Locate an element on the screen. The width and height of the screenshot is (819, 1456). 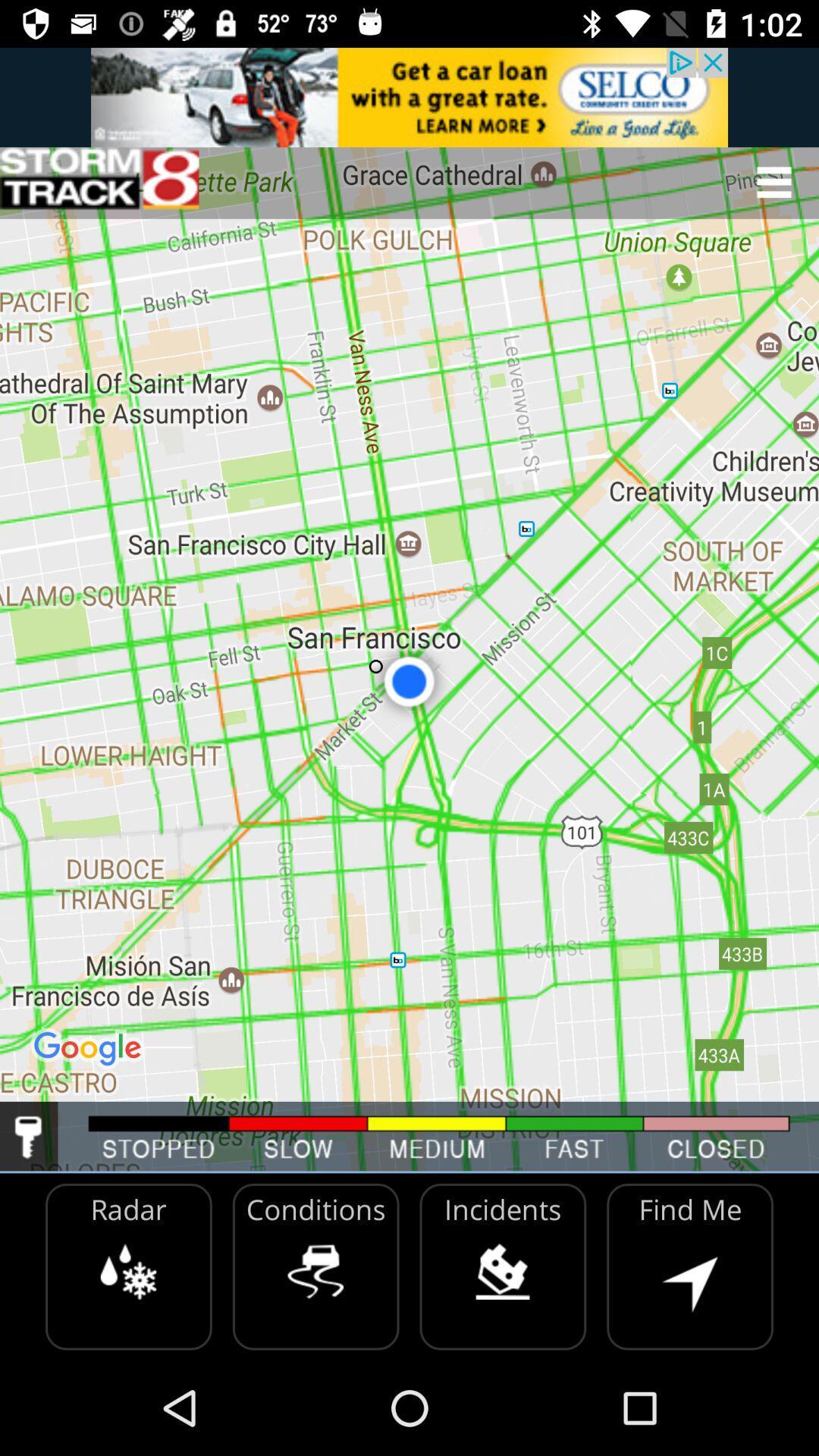
home is located at coordinates (99, 182).